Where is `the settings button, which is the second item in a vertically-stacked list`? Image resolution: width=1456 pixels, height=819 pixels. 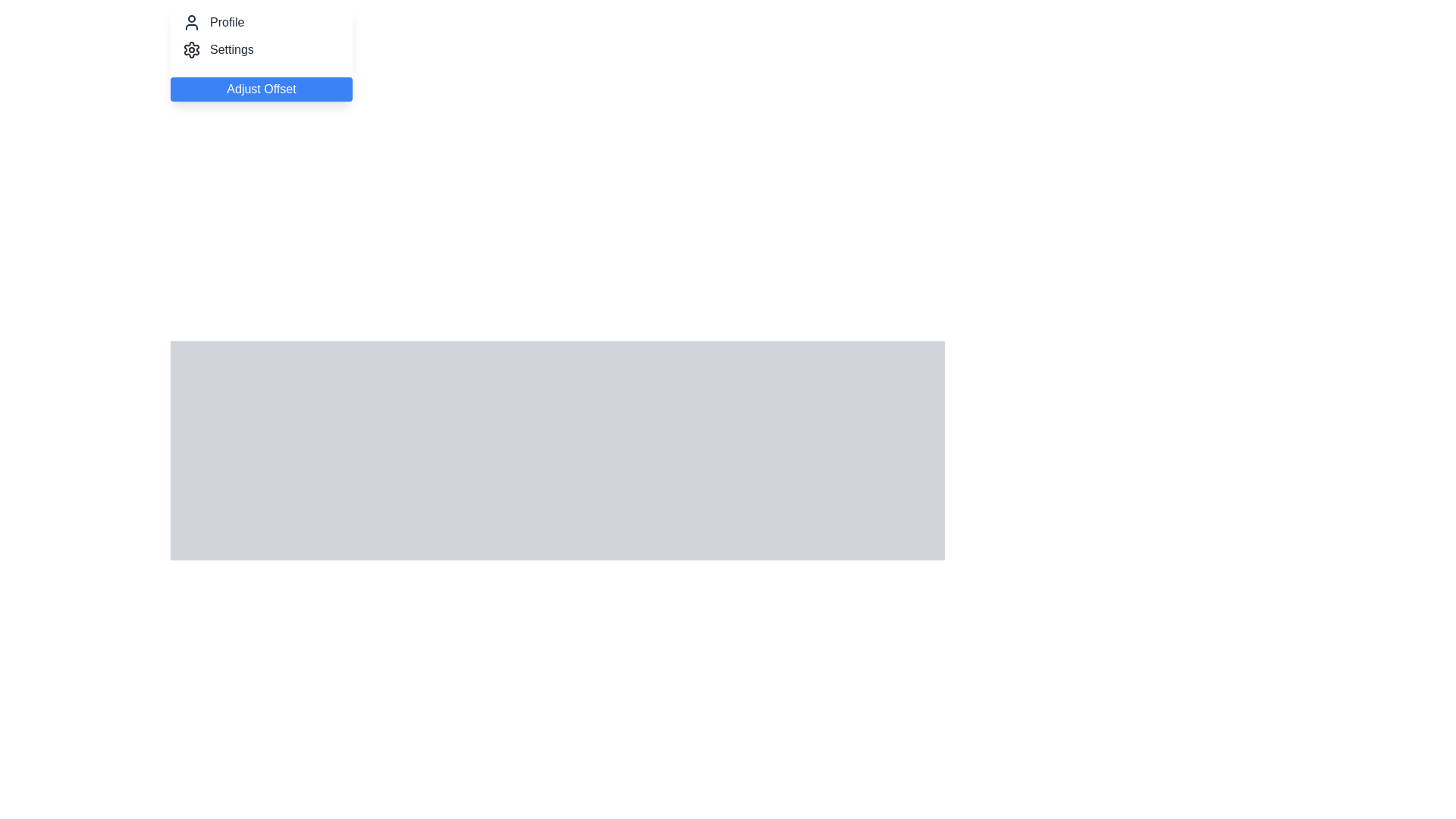 the settings button, which is the second item in a vertically-stacked list is located at coordinates (262, 49).